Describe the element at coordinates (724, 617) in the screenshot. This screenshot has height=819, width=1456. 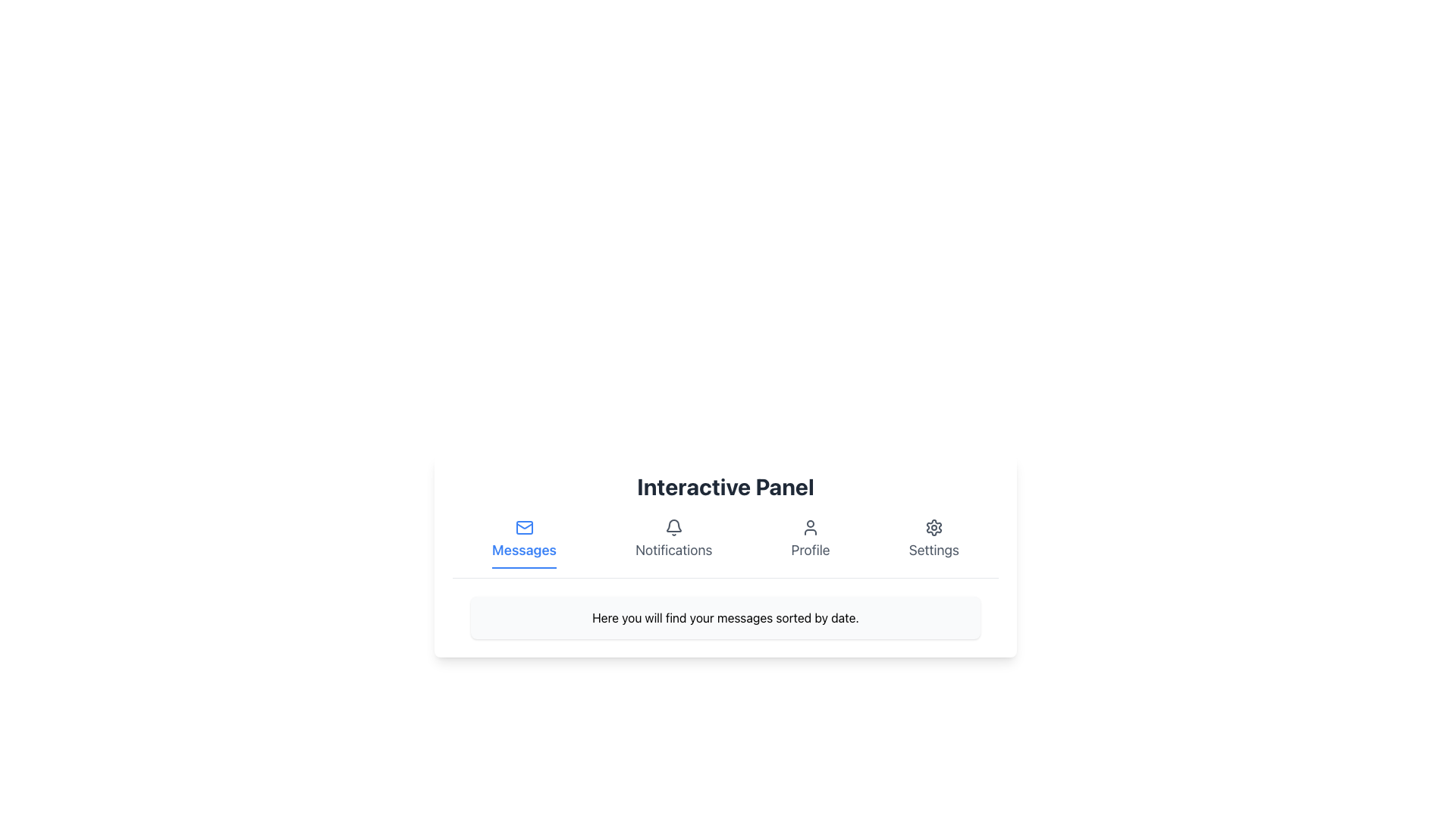
I see `the static text block that states 'Here you will find your messages sorted by date', which is located at the bottom of the 'Interactive Panel' beneath the navigation tabs` at that location.